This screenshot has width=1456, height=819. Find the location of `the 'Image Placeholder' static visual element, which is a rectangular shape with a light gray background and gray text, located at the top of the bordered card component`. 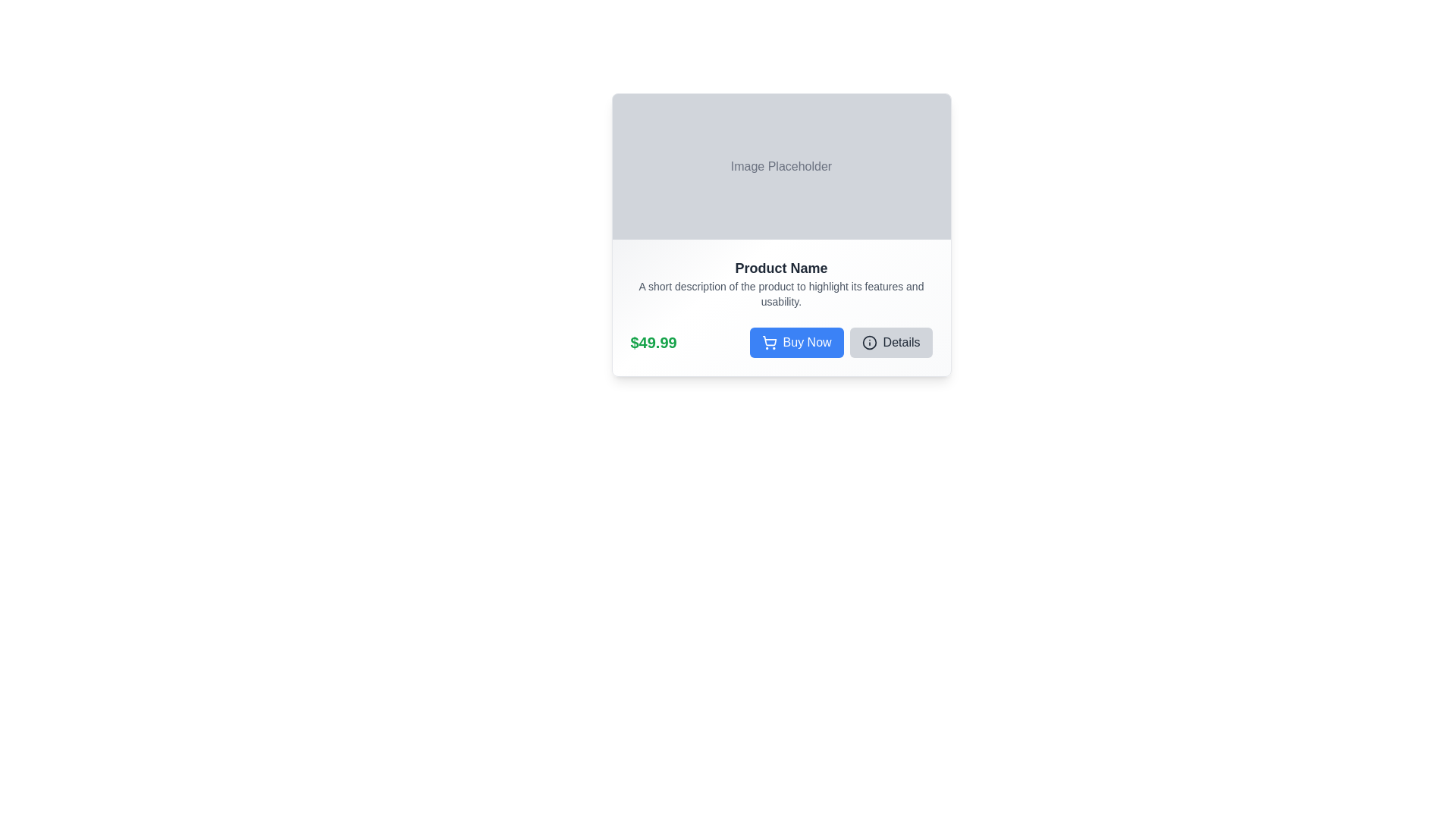

the 'Image Placeholder' static visual element, which is a rectangular shape with a light gray background and gray text, located at the top of the bordered card component is located at coordinates (781, 166).